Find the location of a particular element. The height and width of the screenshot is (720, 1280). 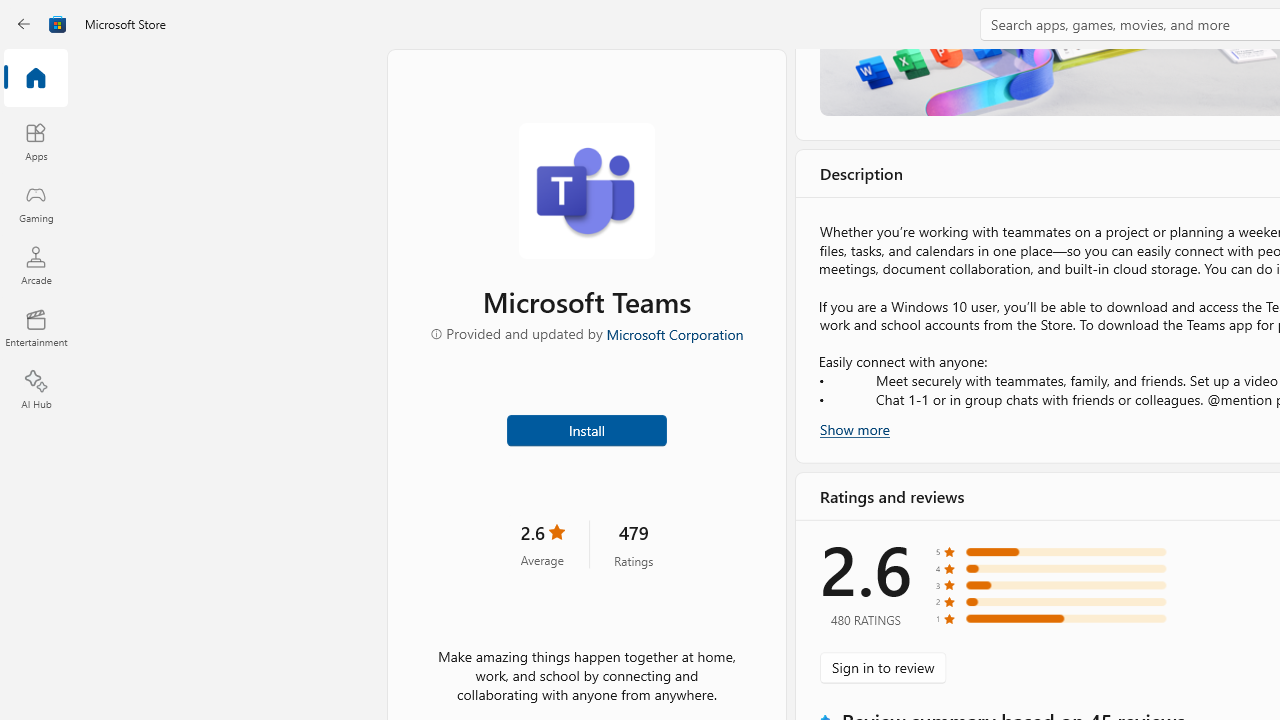

'Gaming' is located at coordinates (35, 203).